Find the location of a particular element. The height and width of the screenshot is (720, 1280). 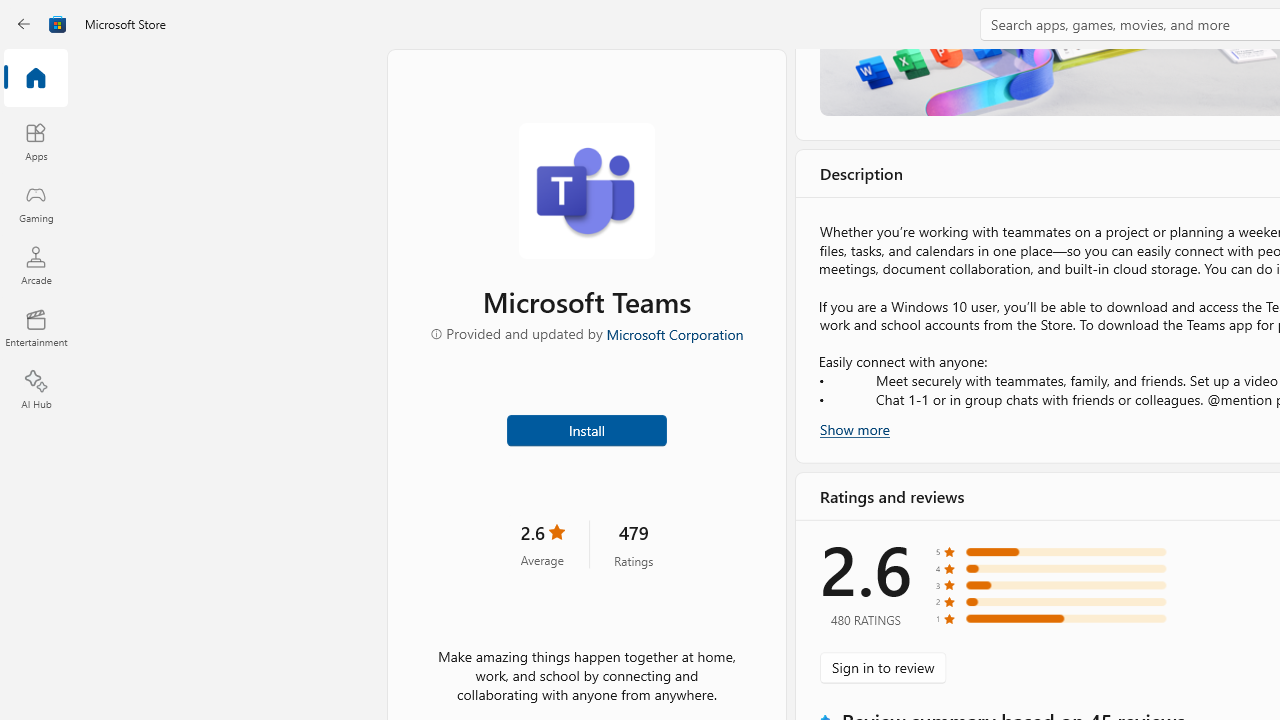

'Gaming' is located at coordinates (35, 203).